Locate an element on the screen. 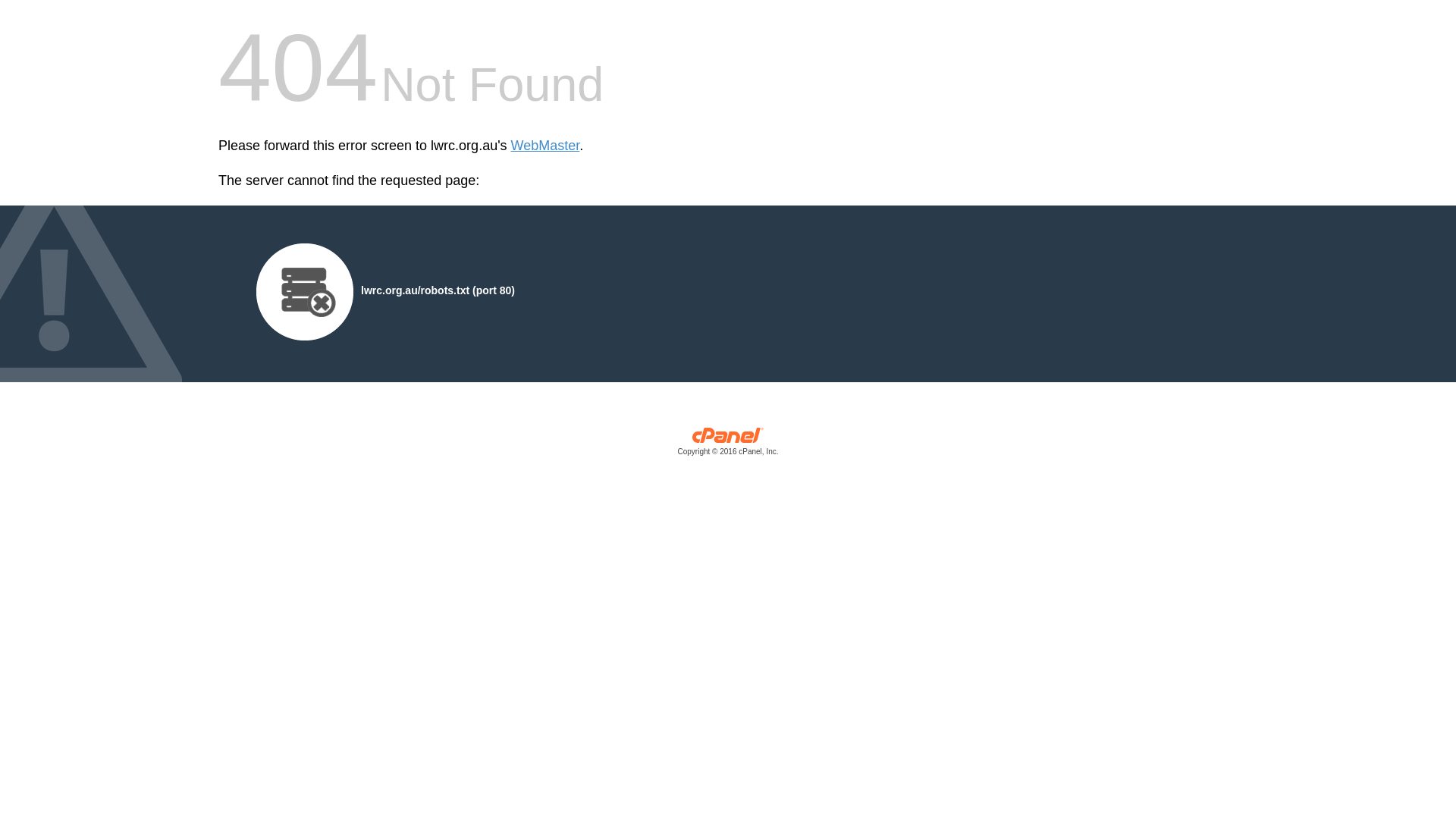 The image size is (1456, 819). 'WebMaster' is located at coordinates (510, 146).